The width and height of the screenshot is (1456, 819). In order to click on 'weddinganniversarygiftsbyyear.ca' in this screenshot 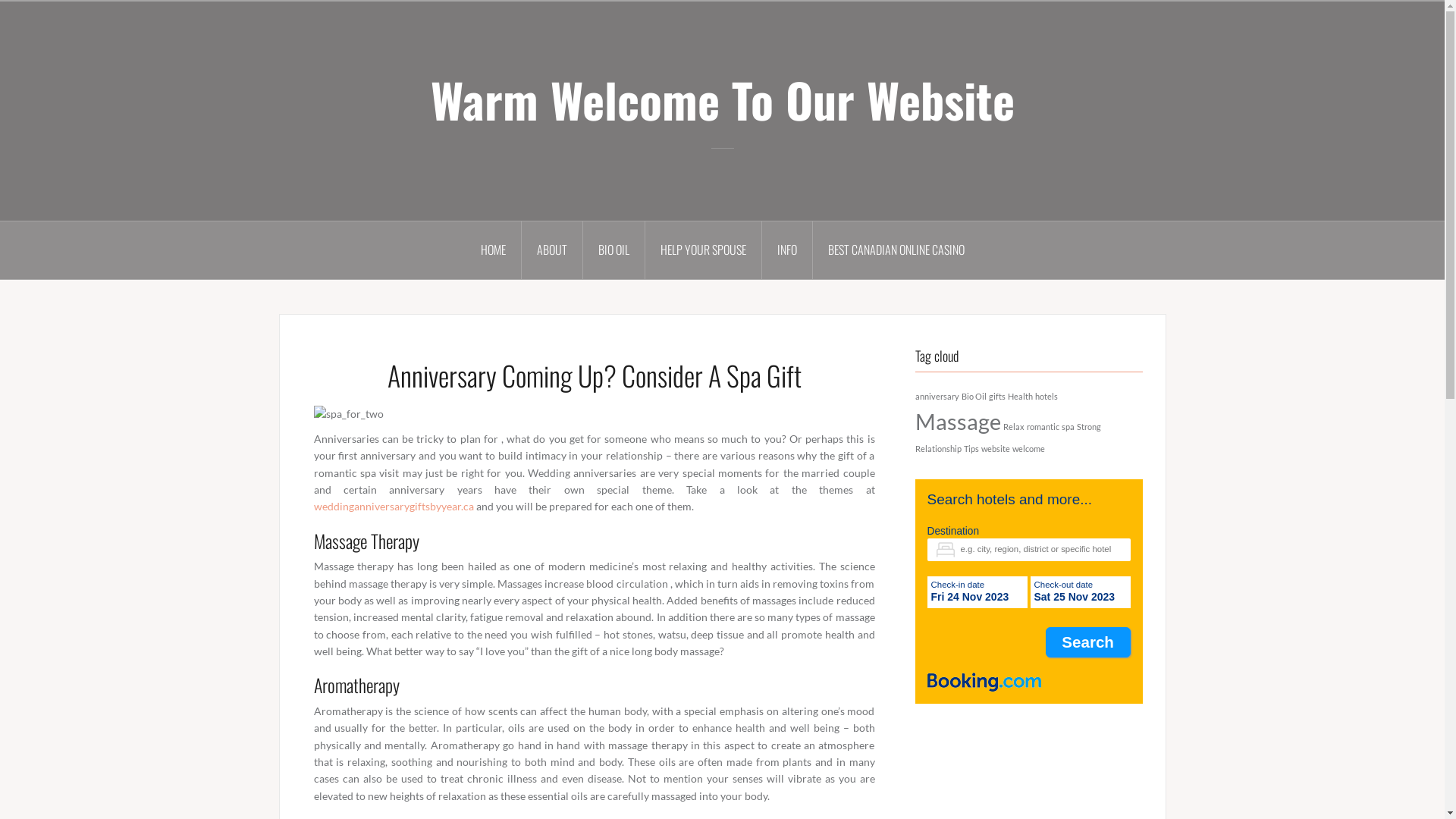, I will do `click(394, 506)`.